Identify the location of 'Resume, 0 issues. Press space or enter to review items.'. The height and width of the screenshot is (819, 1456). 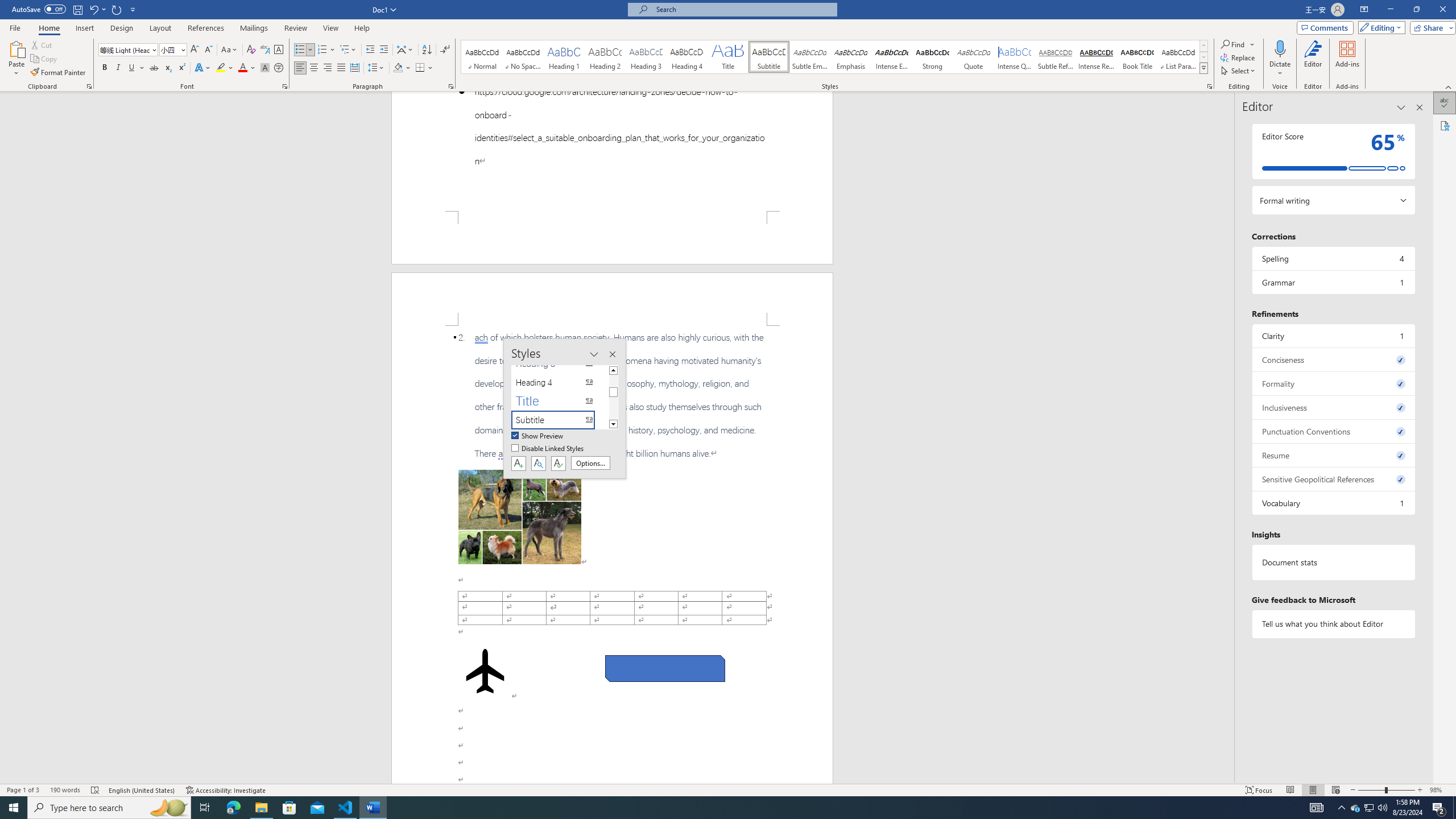
(1333, 455).